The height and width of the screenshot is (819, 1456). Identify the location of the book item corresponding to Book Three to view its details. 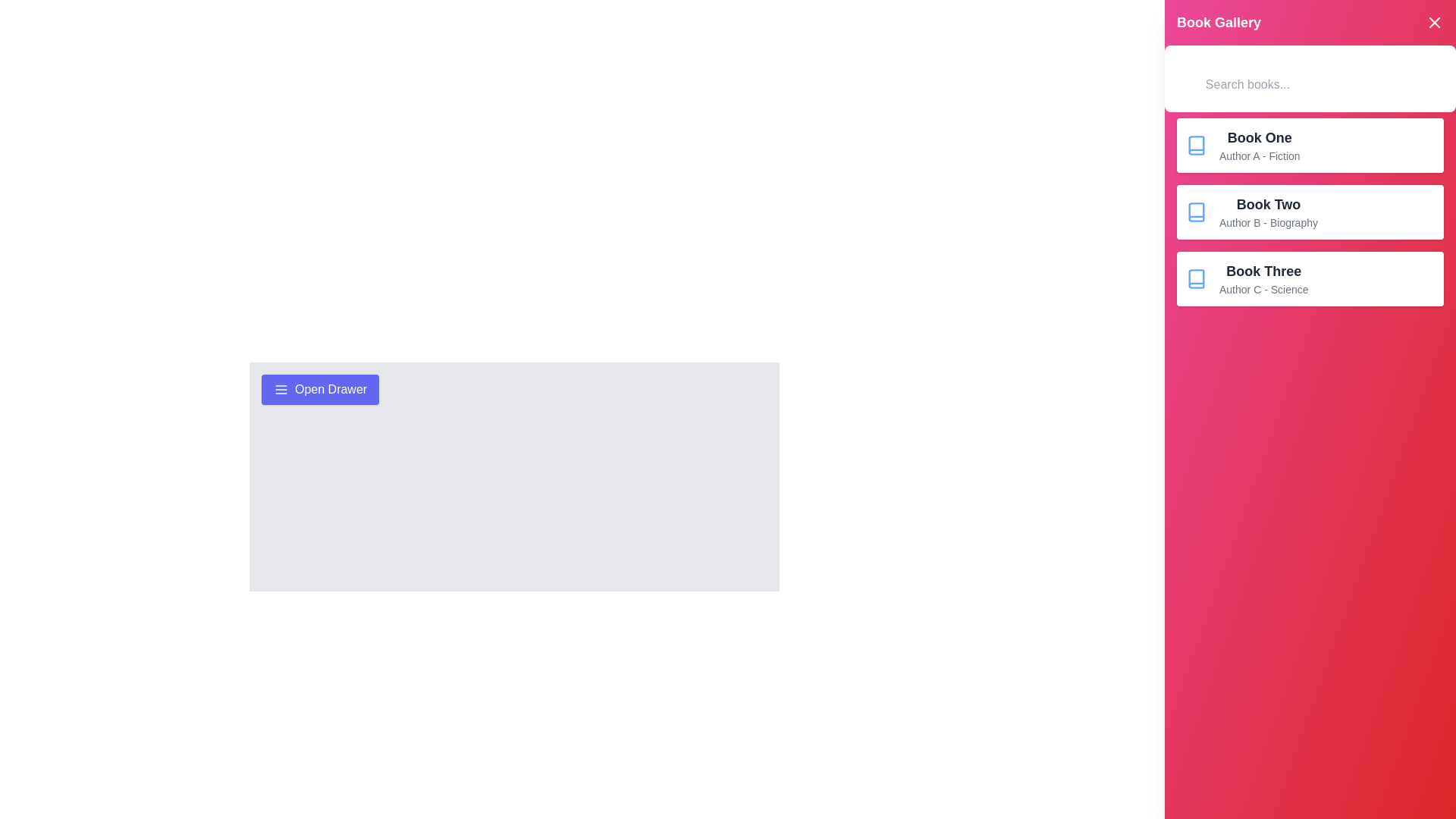
(1310, 278).